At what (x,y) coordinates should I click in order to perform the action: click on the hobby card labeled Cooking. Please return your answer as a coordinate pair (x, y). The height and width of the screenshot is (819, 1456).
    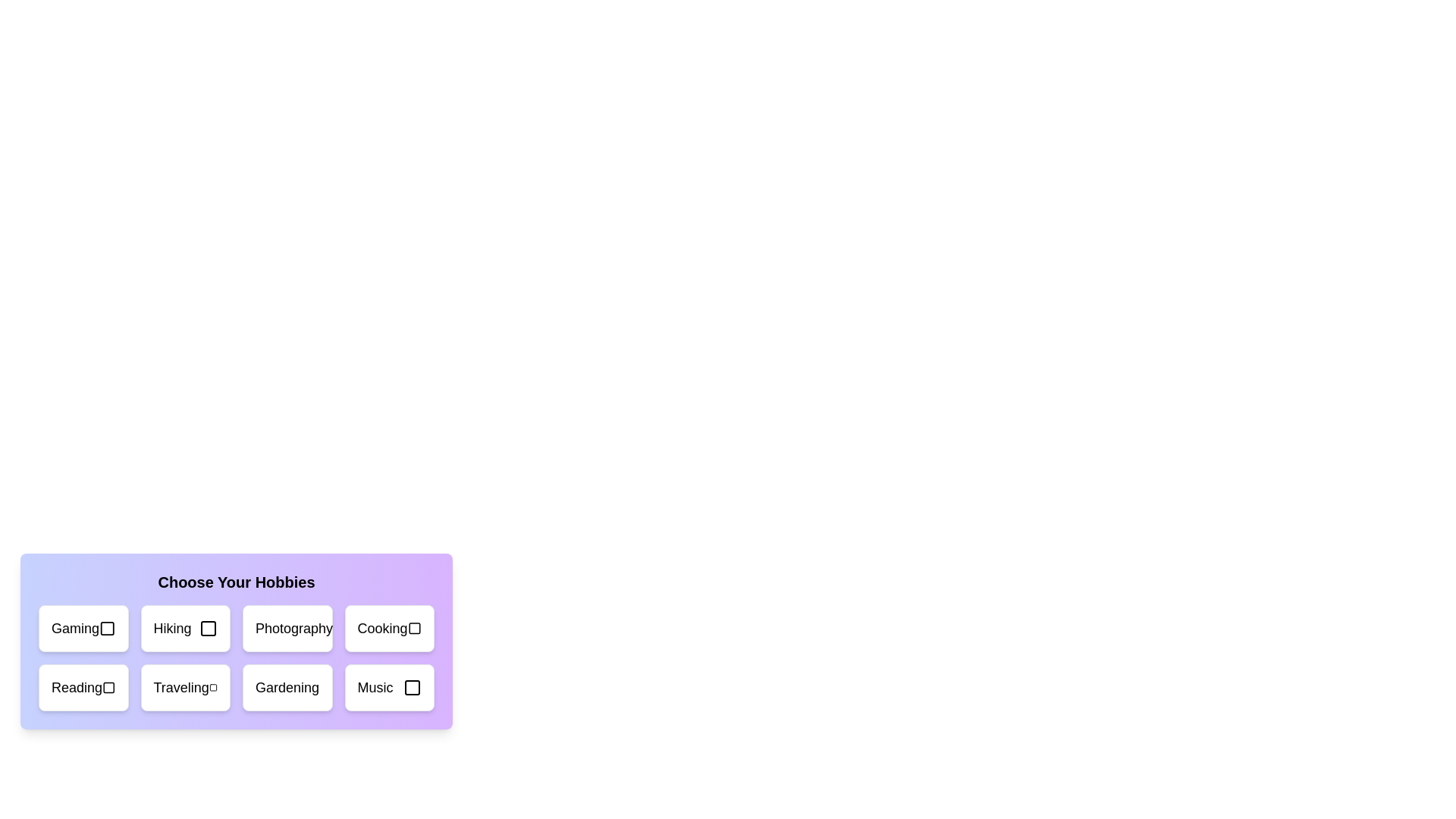
    Looking at the image, I should click on (389, 629).